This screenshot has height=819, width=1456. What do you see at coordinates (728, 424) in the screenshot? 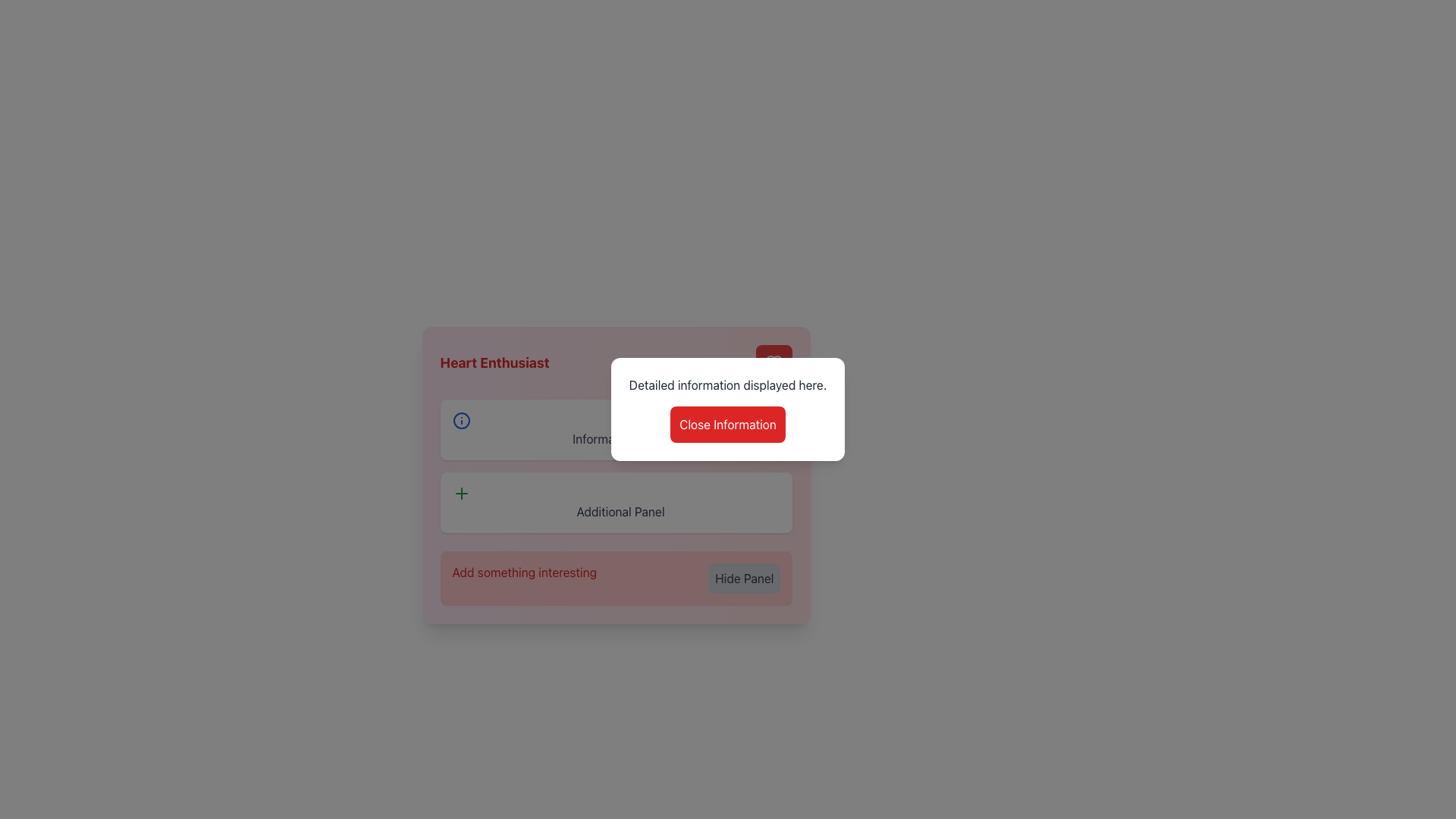
I see `the rectangular red button with white text reading 'Close Information' located under the text 'Detailed information displayed here'` at bounding box center [728, 424].